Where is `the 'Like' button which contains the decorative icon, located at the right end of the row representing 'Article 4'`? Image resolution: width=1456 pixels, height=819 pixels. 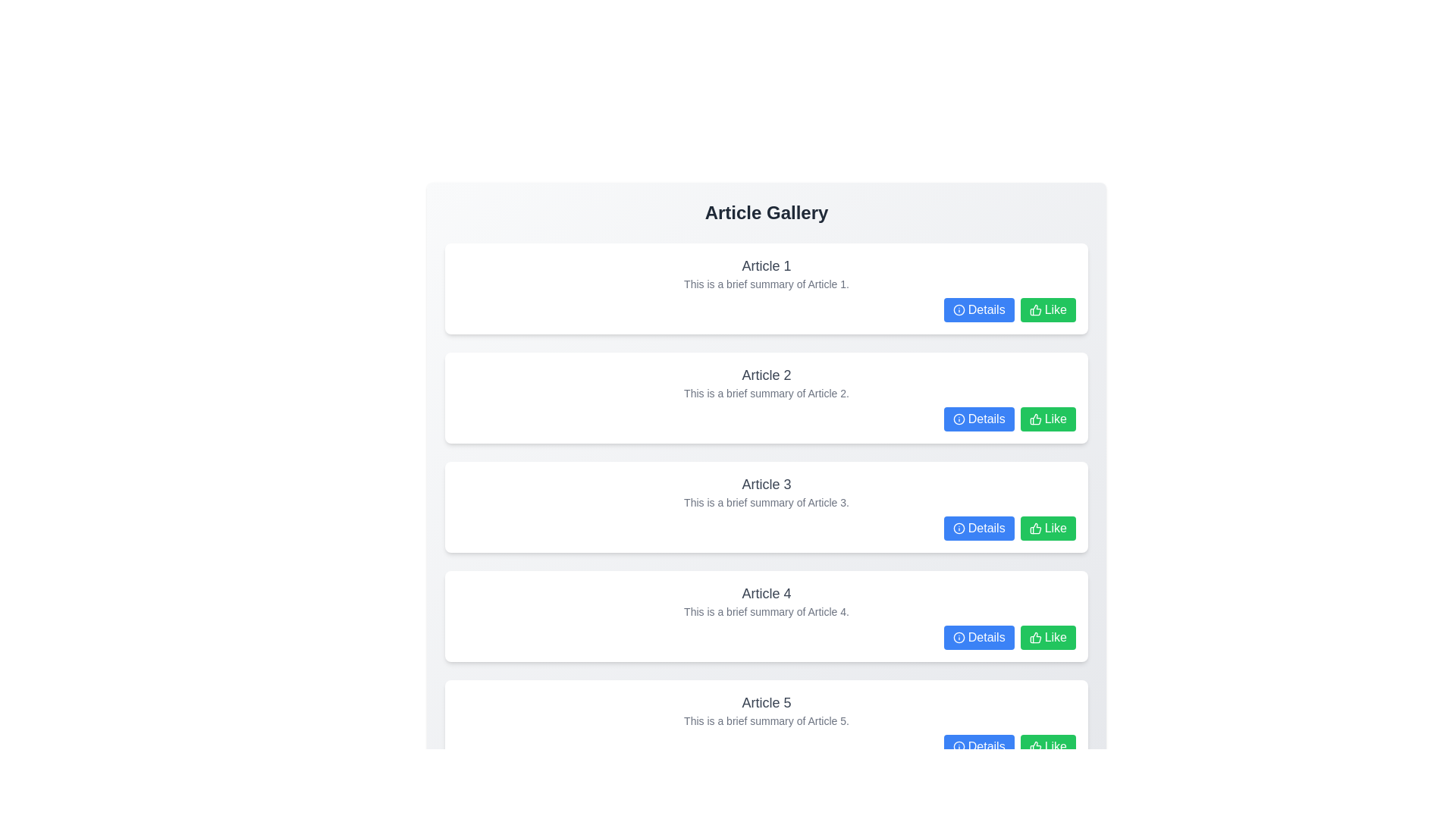 the 'Like' button which contains the decorative icon, located at the right end of the row representing 'Article 4' is located at coordinates (1034, 637).